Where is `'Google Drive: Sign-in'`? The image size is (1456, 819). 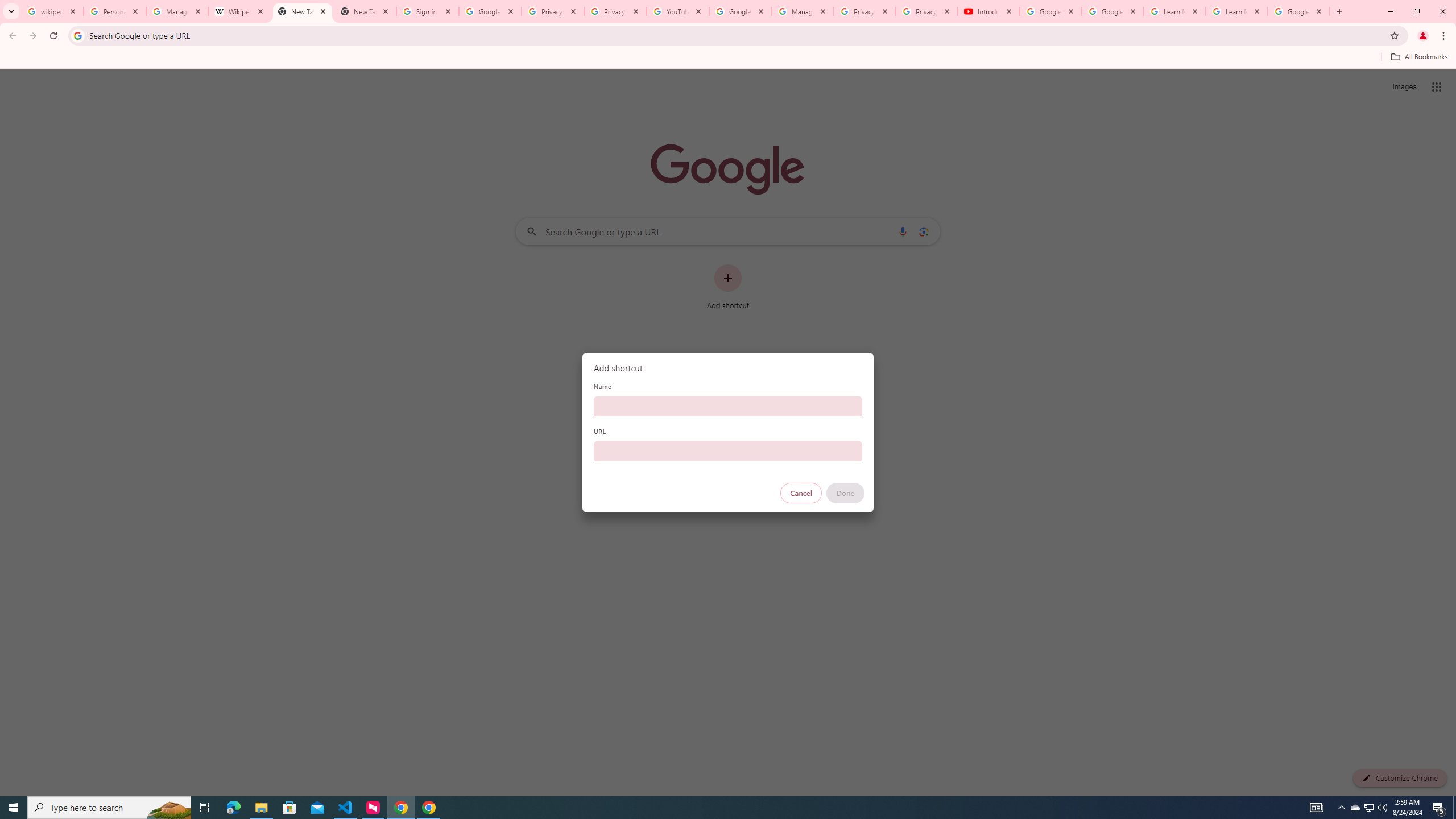
'Google Drive: Sign-in' is located at coordinates (490, 11).